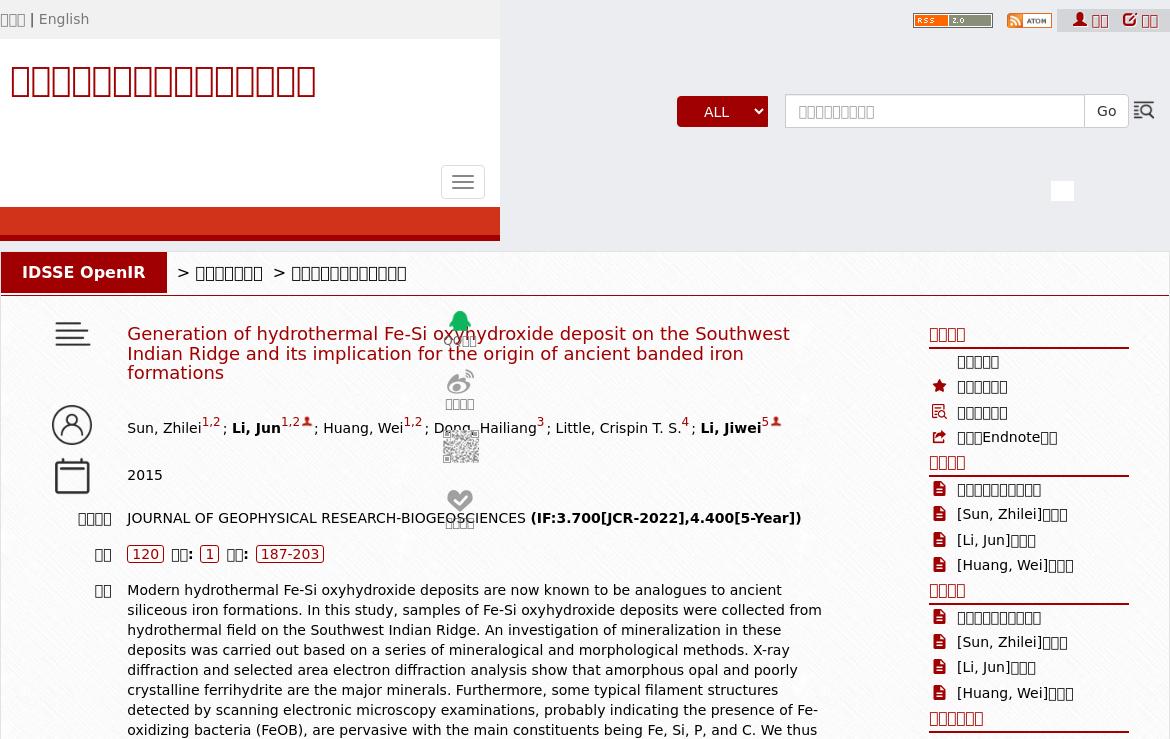  Describe the element at coordinates (1007, 435) in the screenshot. I see `'导出为Endnote文件'` at that location.